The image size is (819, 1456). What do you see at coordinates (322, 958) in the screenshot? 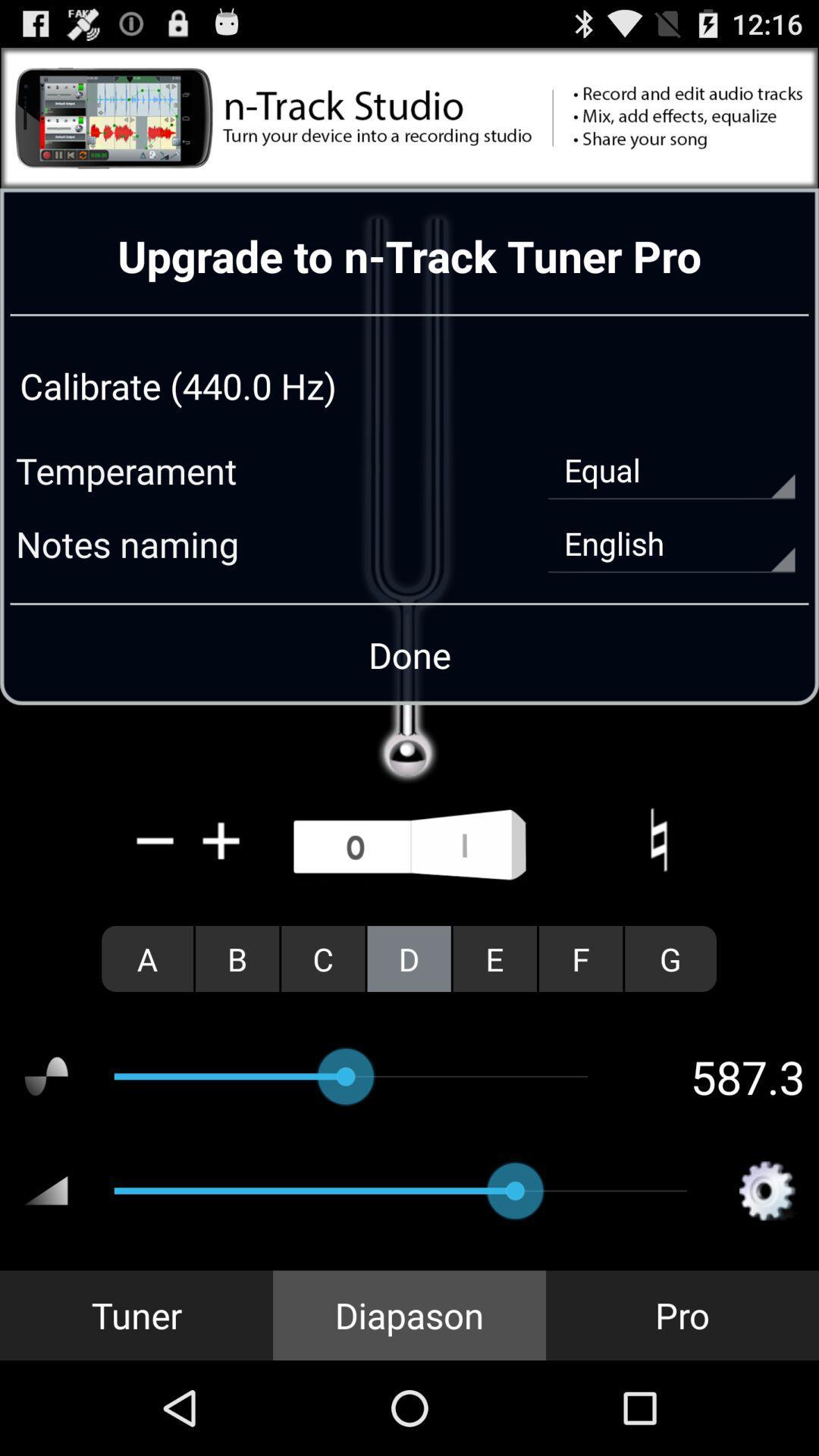
I see `the radio button next to the b icon` at bounding box center [322, 958].